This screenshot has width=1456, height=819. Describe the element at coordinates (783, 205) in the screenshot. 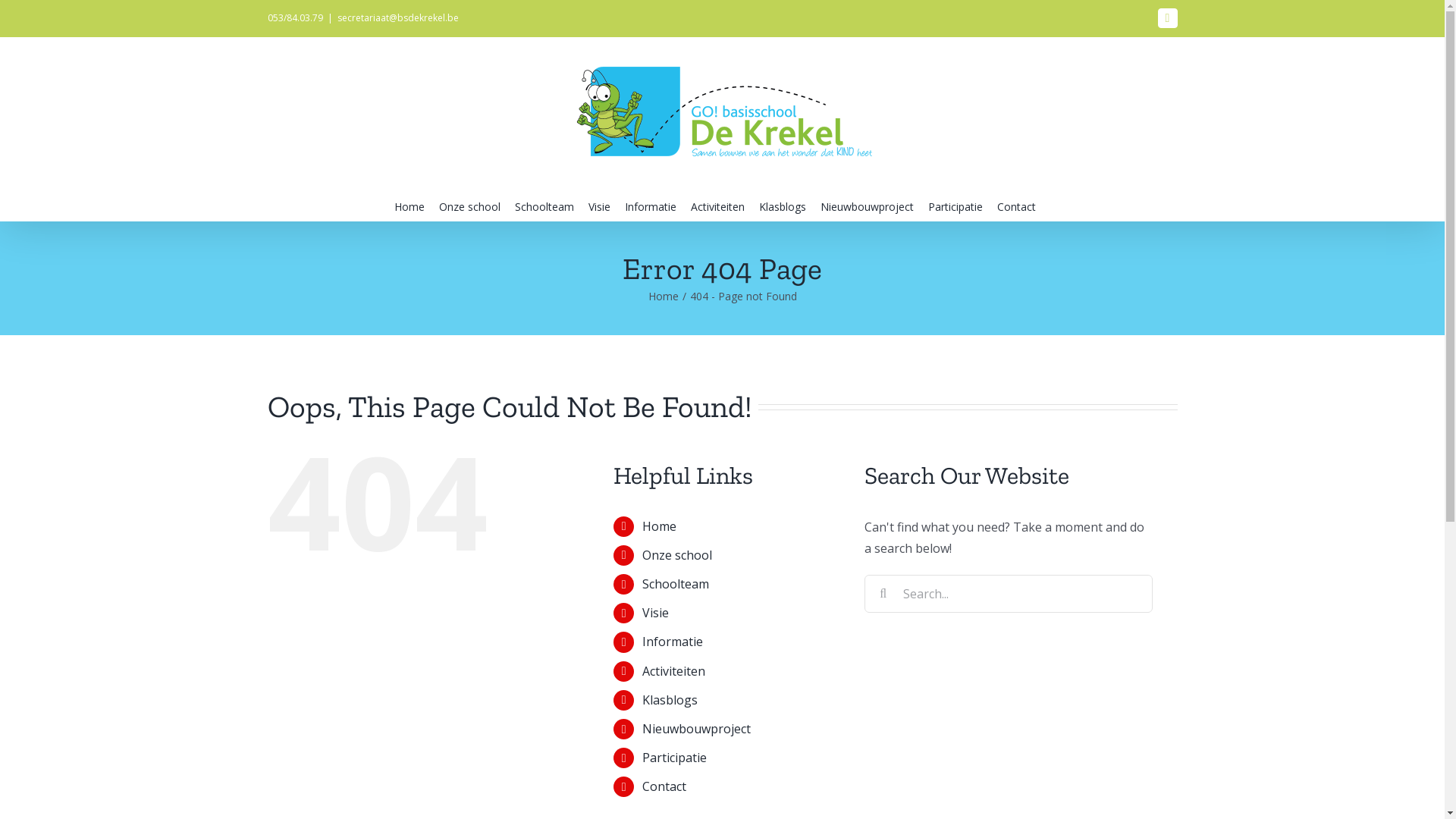

I see `'Klasblogs'` at that location.